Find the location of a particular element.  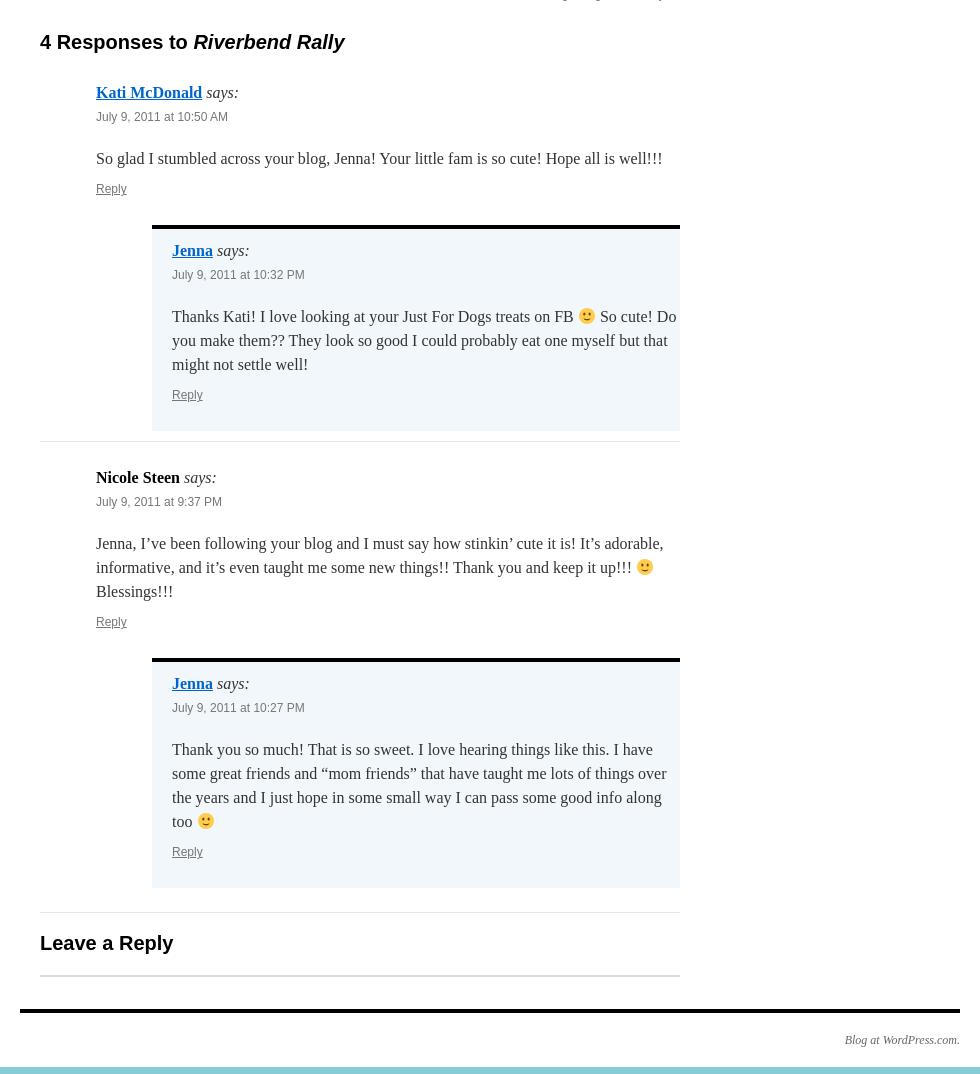

'Thanks Kati! I love looking at your Just For Dogs treats on FB' is located at coordinates (171, 316).